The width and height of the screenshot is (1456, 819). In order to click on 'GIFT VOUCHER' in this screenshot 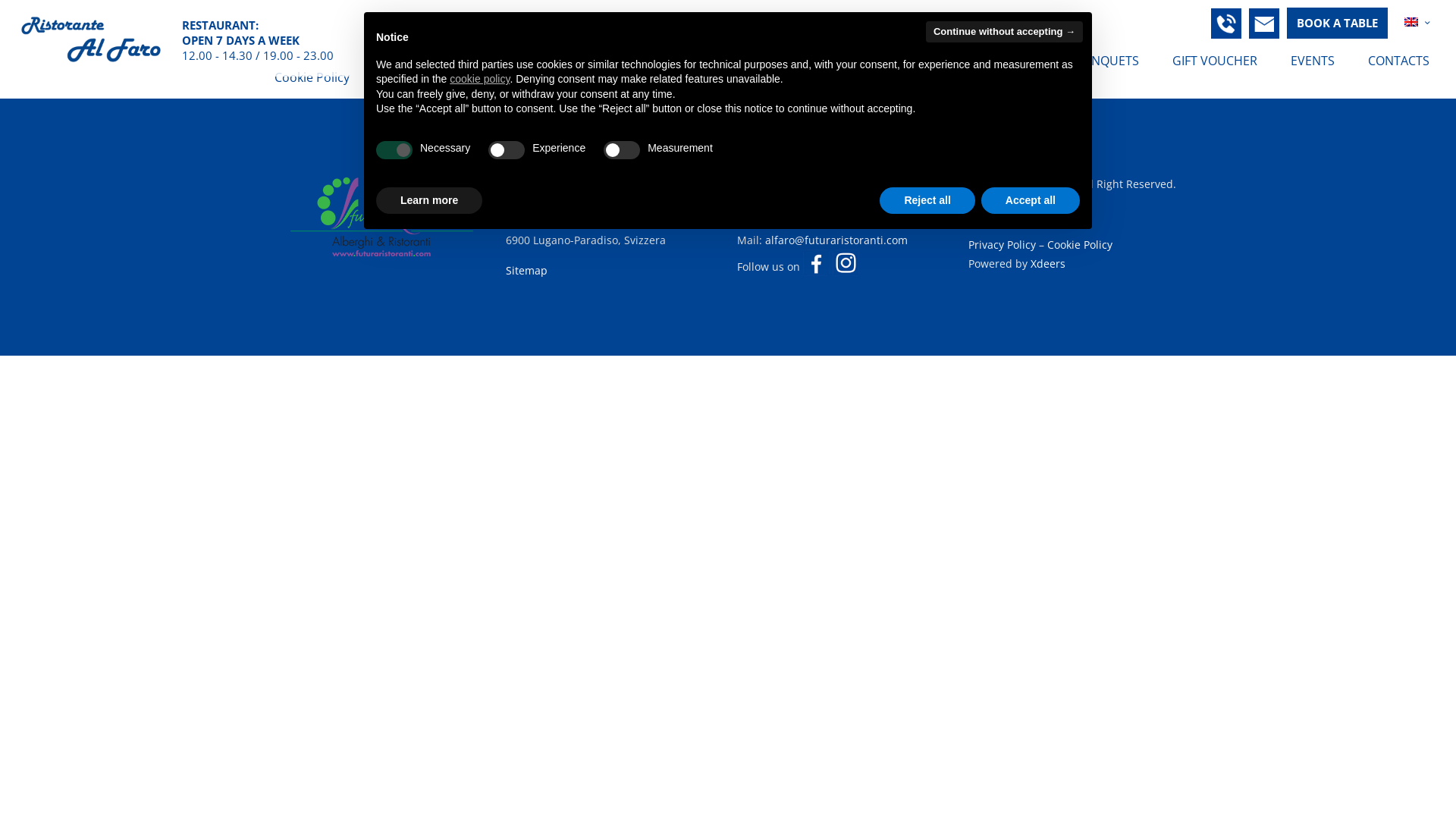, I will do `click(1215, 60)`.